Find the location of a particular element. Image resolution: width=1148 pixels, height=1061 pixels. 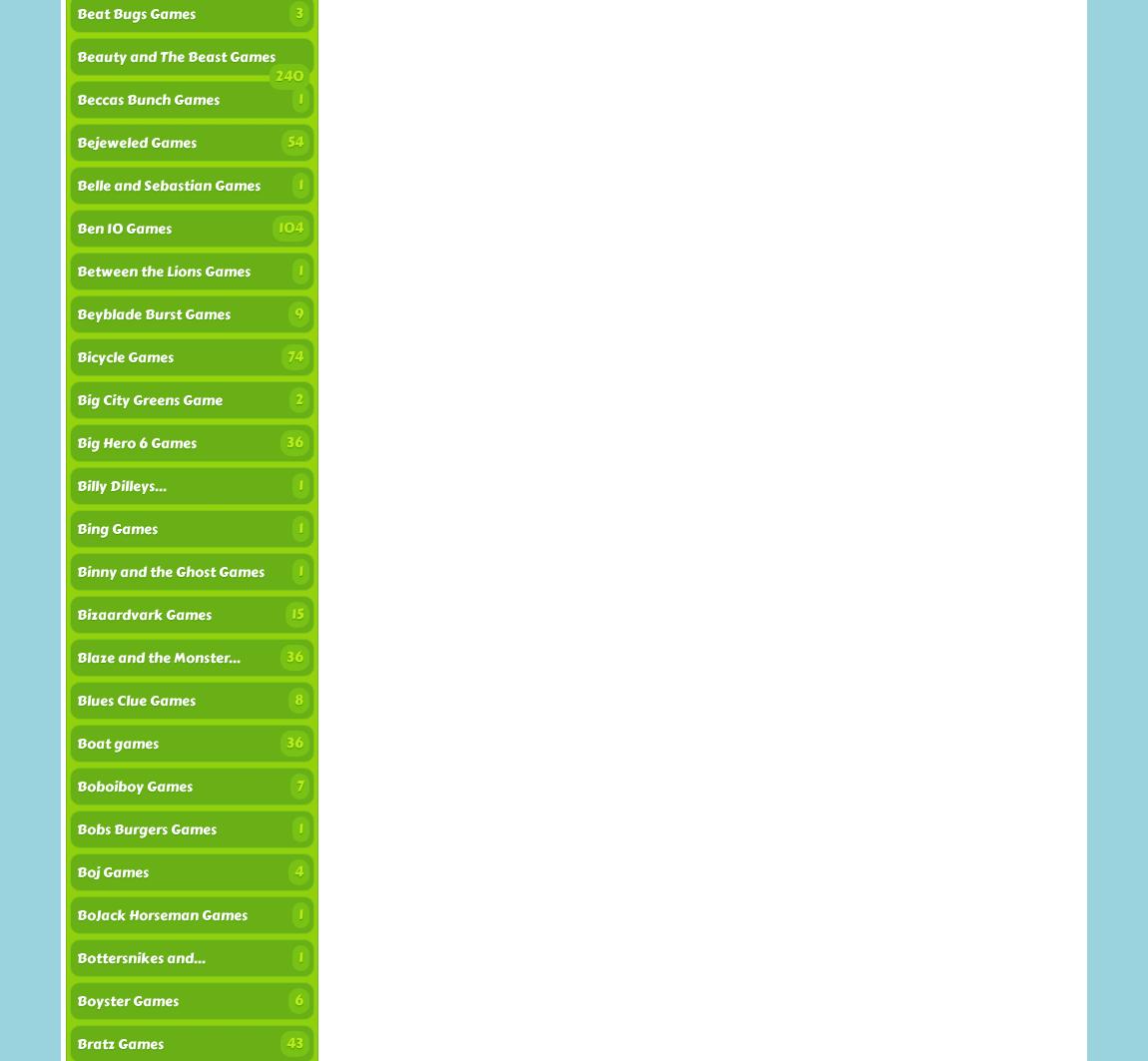

'Blues Clue Games' is located at coordinates (135, 700).